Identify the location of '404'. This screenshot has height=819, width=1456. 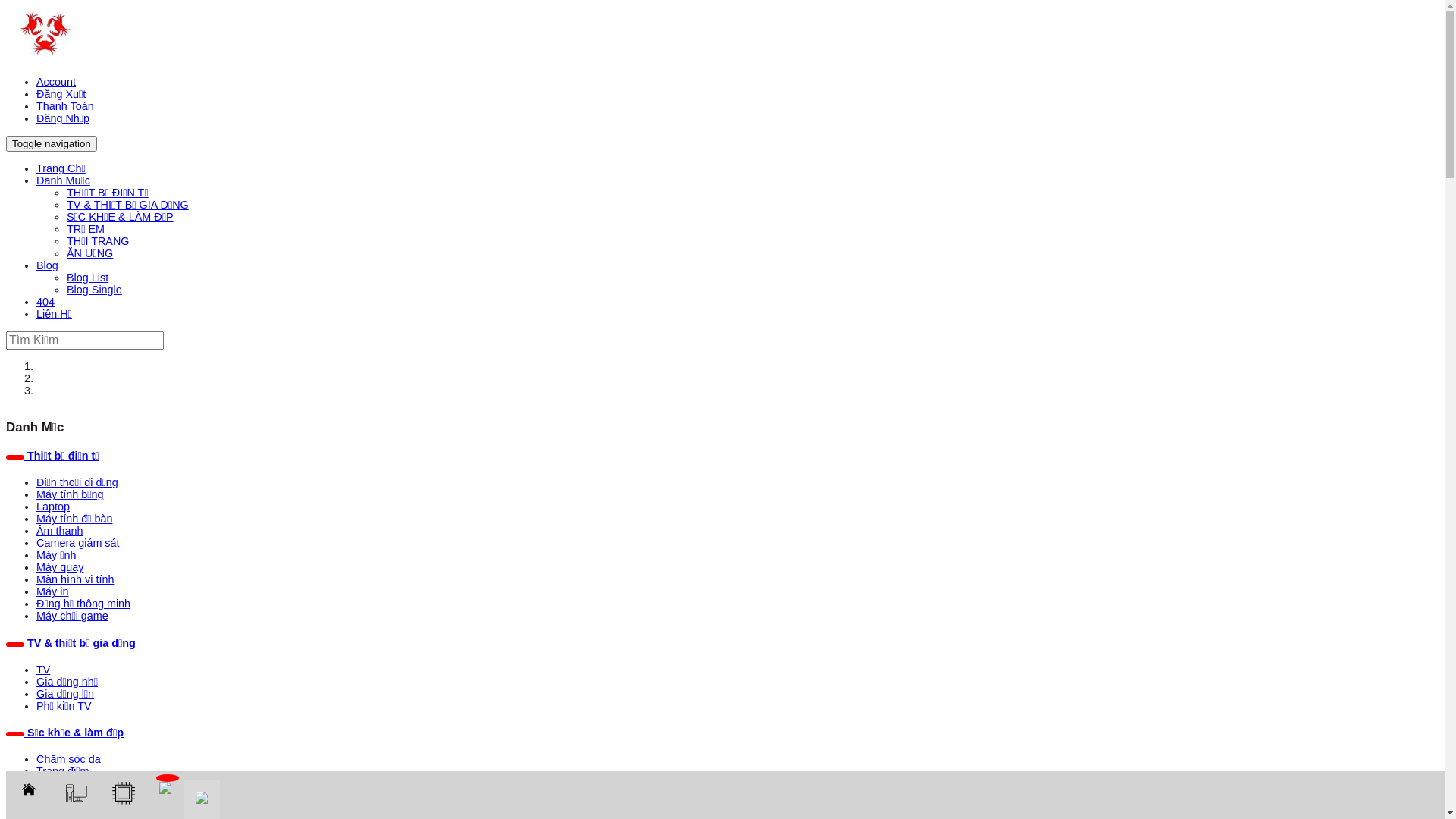
(45, 301).